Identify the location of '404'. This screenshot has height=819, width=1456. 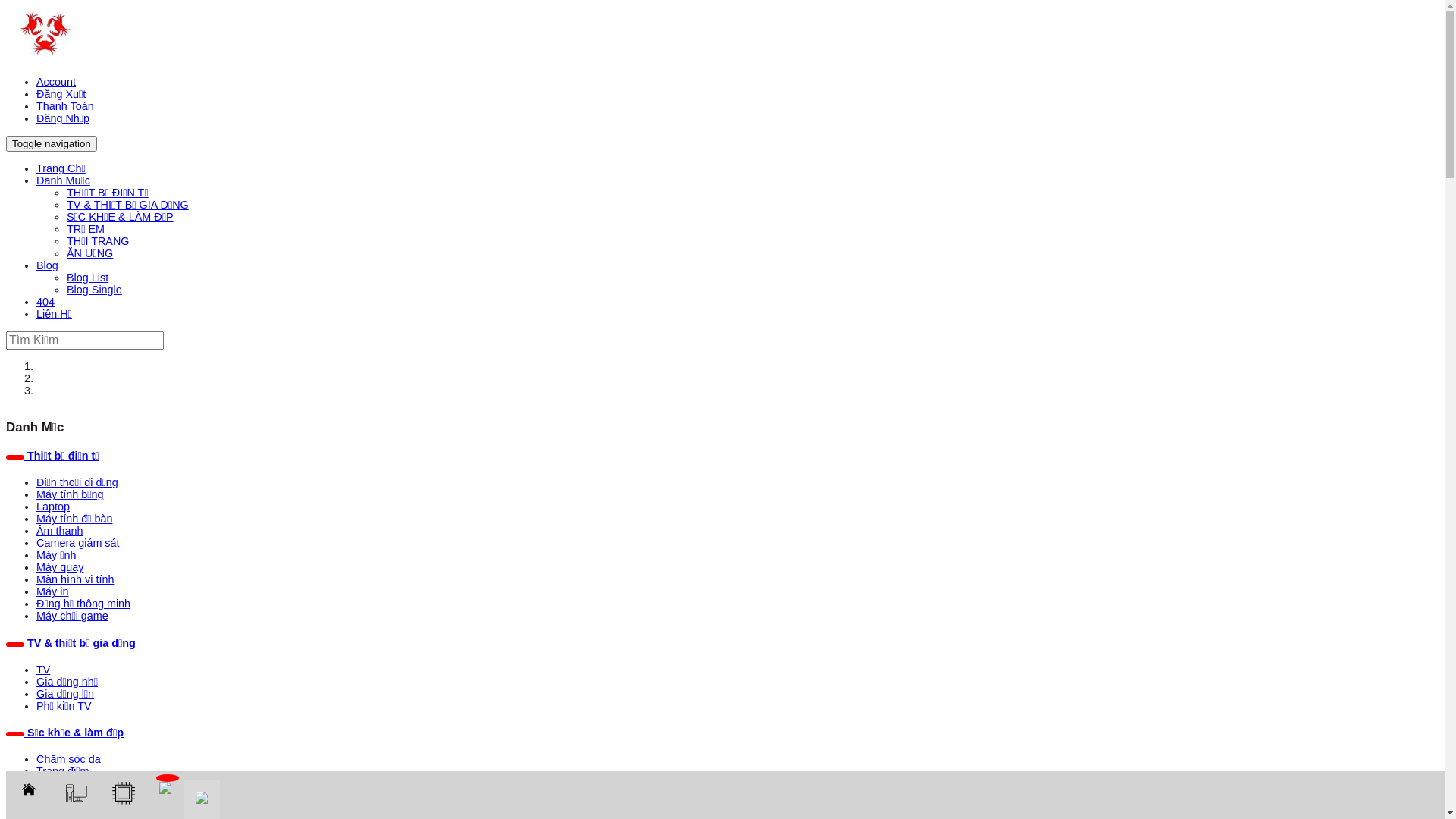
(45, 301).